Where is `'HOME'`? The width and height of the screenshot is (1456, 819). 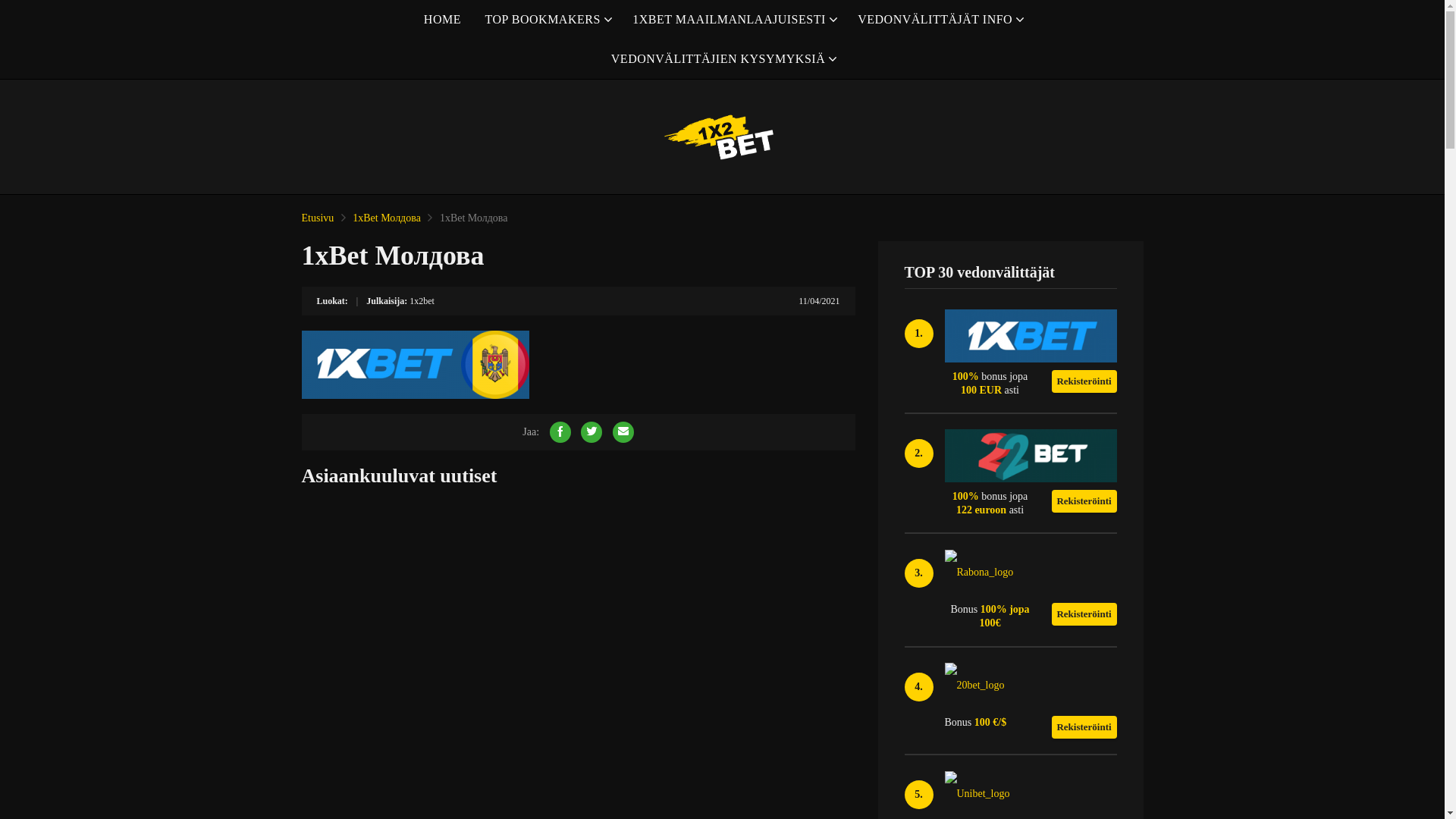
'HOME' is located at coordinates (441, 20).